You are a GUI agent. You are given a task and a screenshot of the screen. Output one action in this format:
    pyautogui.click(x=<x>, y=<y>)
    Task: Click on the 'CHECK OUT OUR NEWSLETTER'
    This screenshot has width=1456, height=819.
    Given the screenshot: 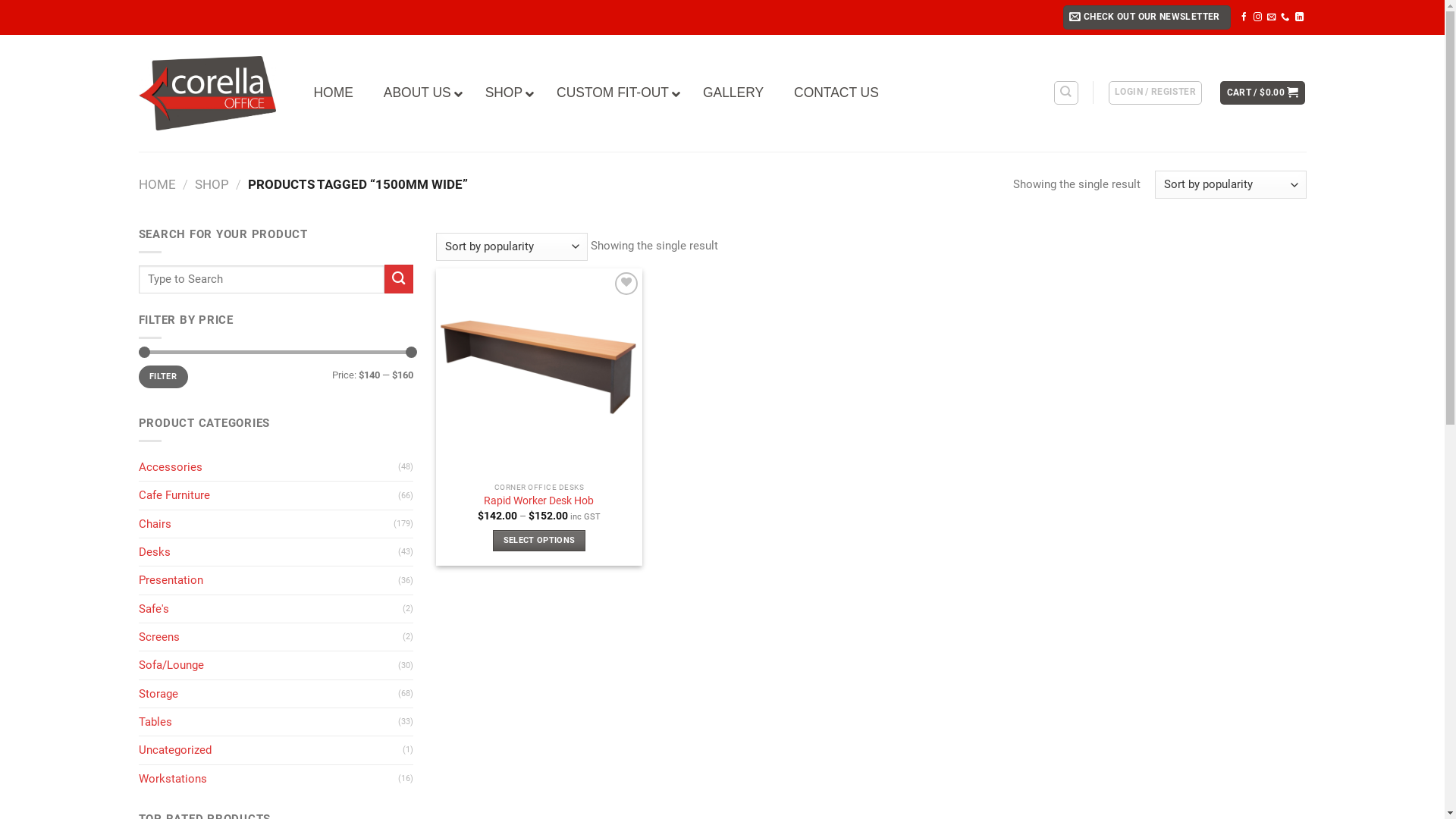 What is the action you would take?
    pyautogui.click(x=1147, y=17)
    